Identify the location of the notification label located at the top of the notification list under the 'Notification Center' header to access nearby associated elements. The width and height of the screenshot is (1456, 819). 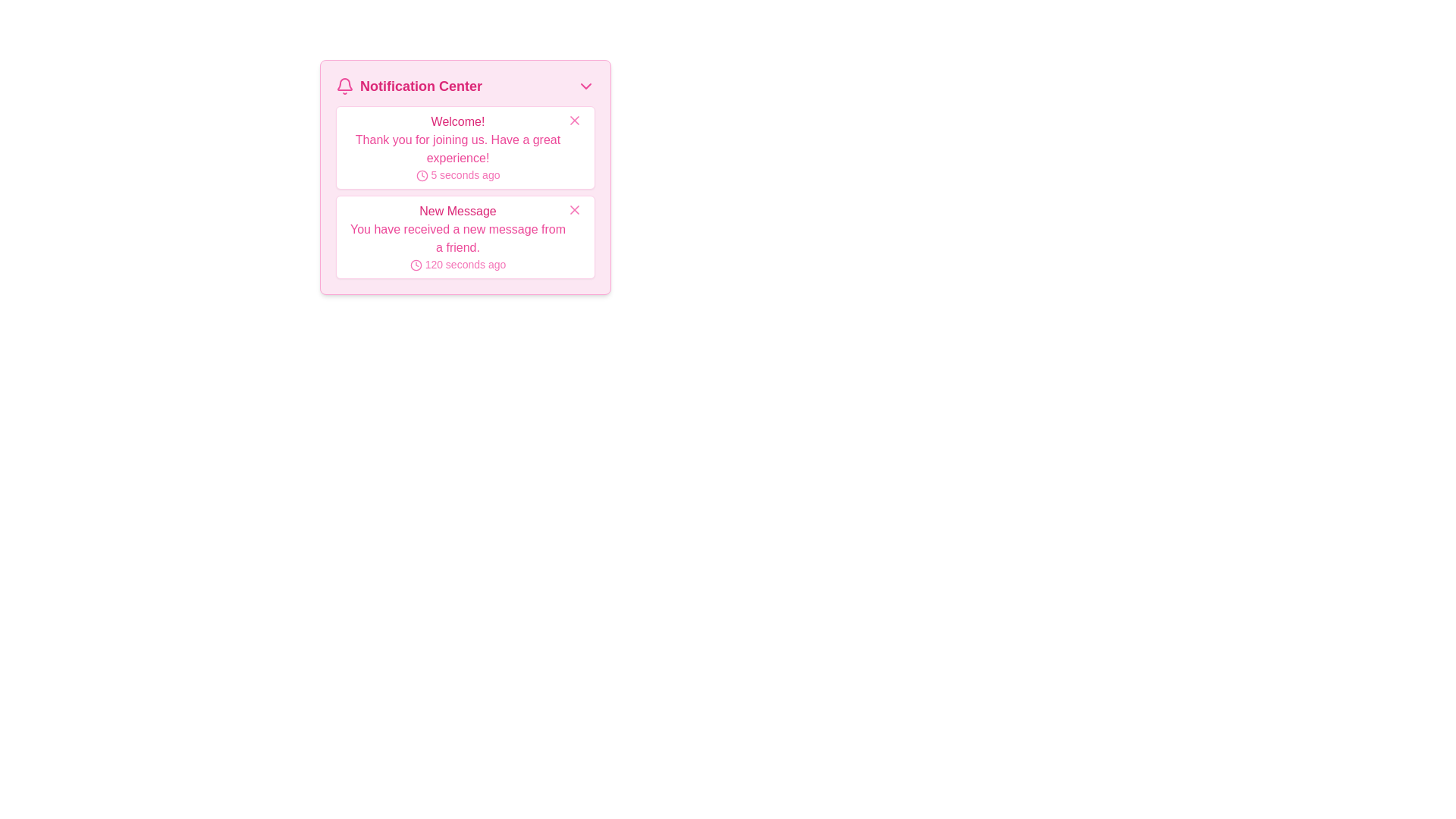
(457, 121).